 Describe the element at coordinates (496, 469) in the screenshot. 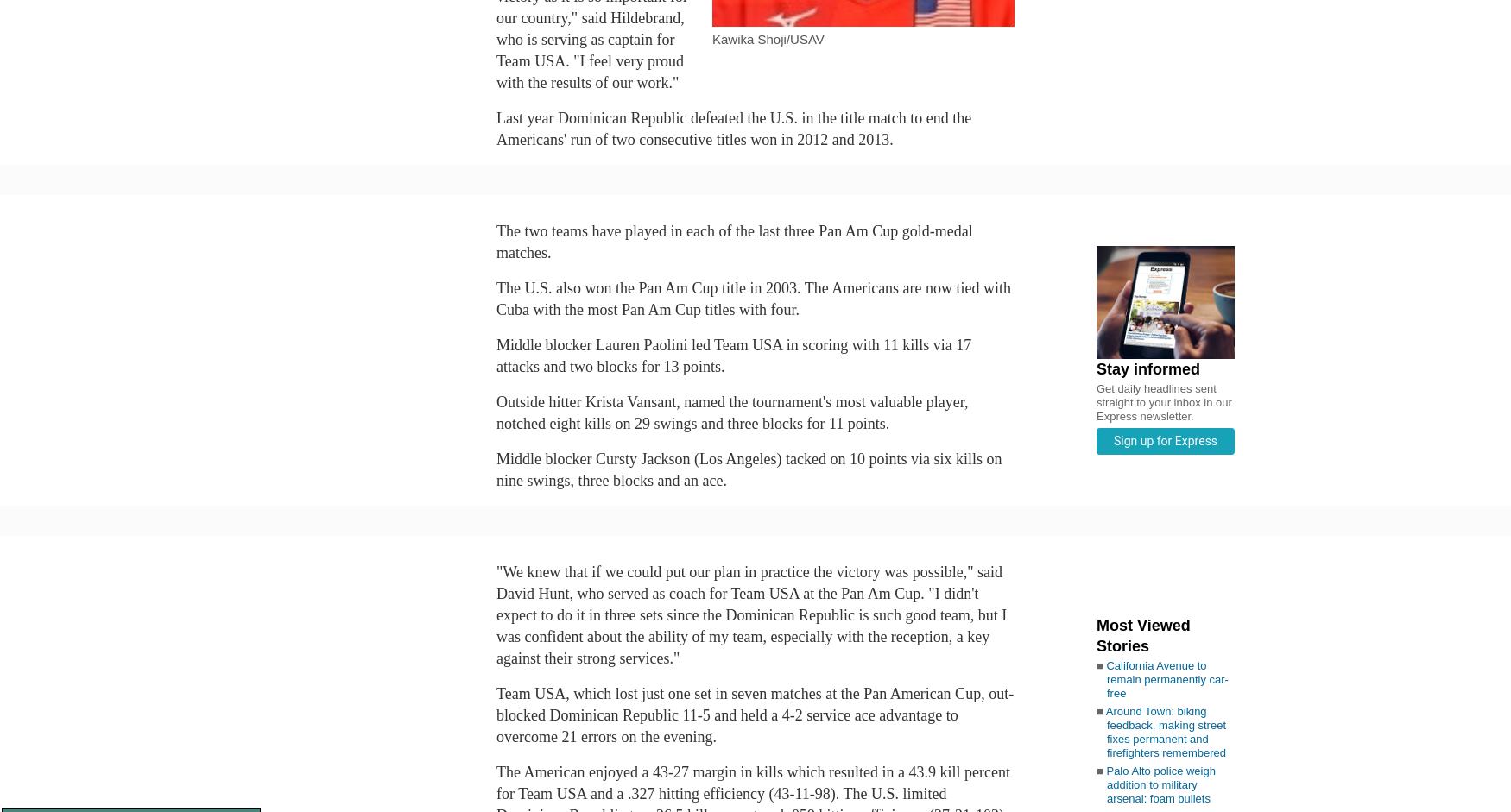

I see `'Middle blocker Cursty Jackson (Los Angeles) tacked on 10 points via six kills on nine swings, three blocks and an ace.'` at that location.